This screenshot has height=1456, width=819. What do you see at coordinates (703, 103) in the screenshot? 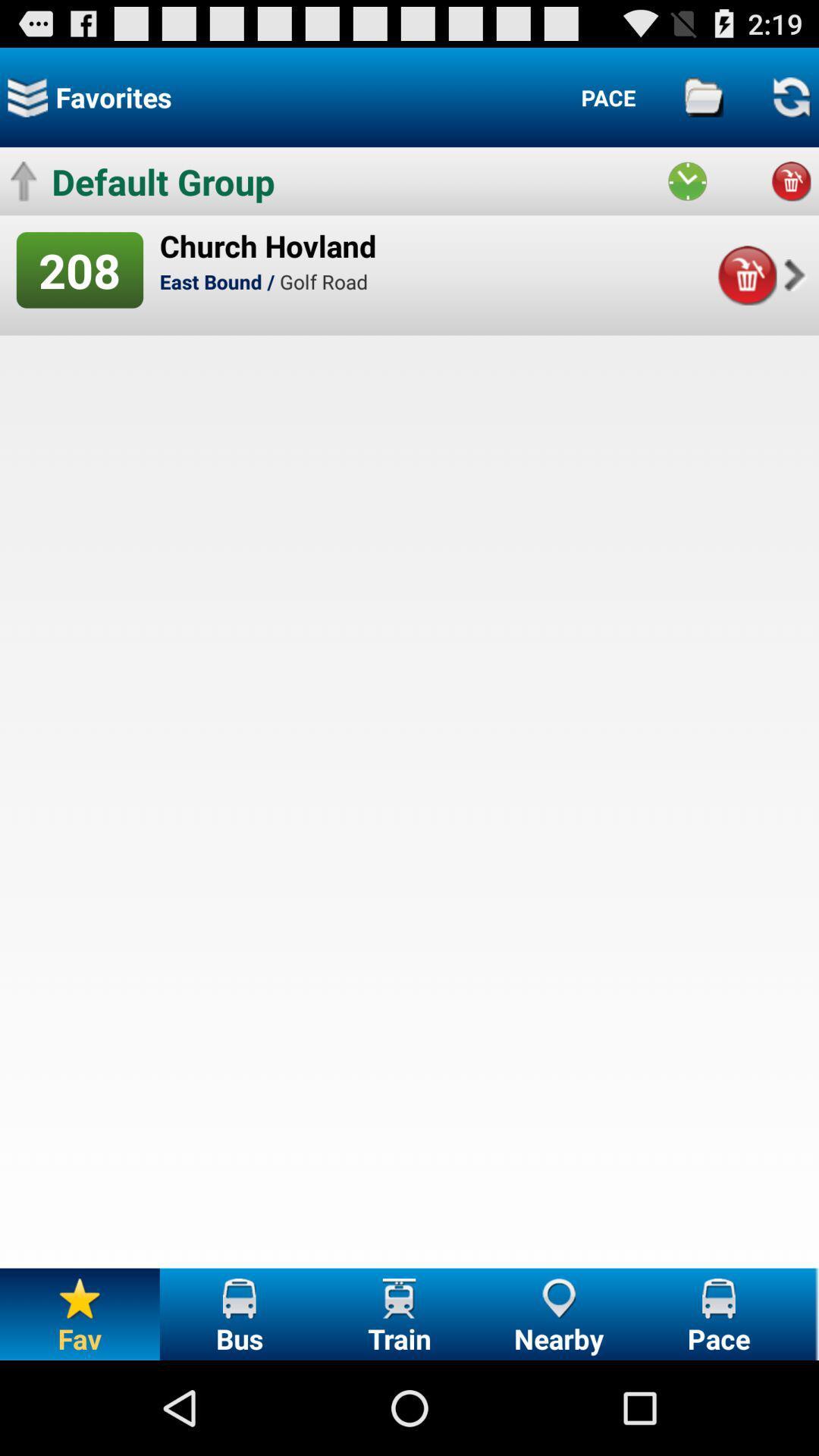
I see `the folder icon` at bounding box center [703, 103].